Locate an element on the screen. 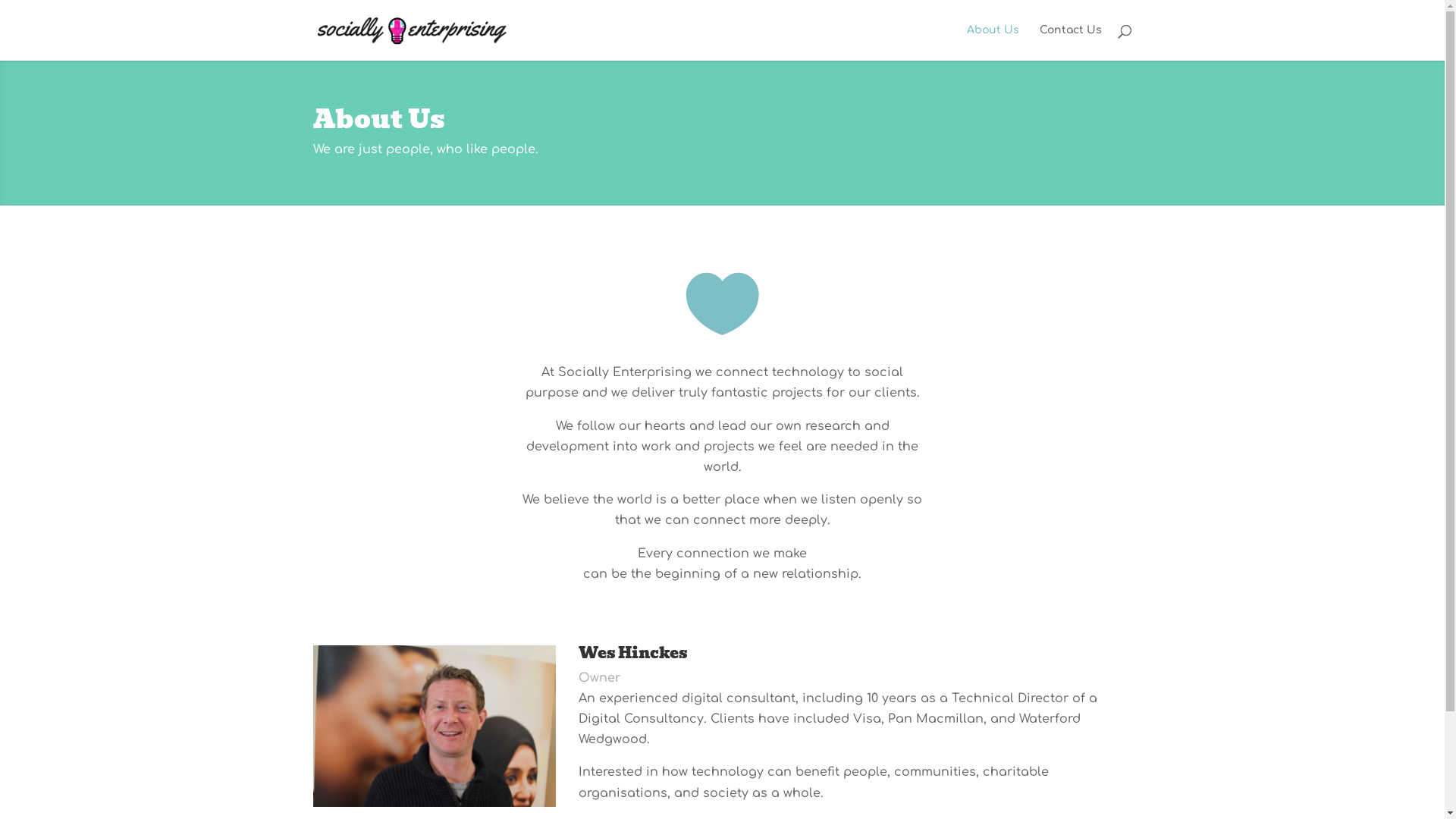 Image resolution: width=1456 pixels, height=819 pixels. 'About Us' is located at coordinates (992, 42).